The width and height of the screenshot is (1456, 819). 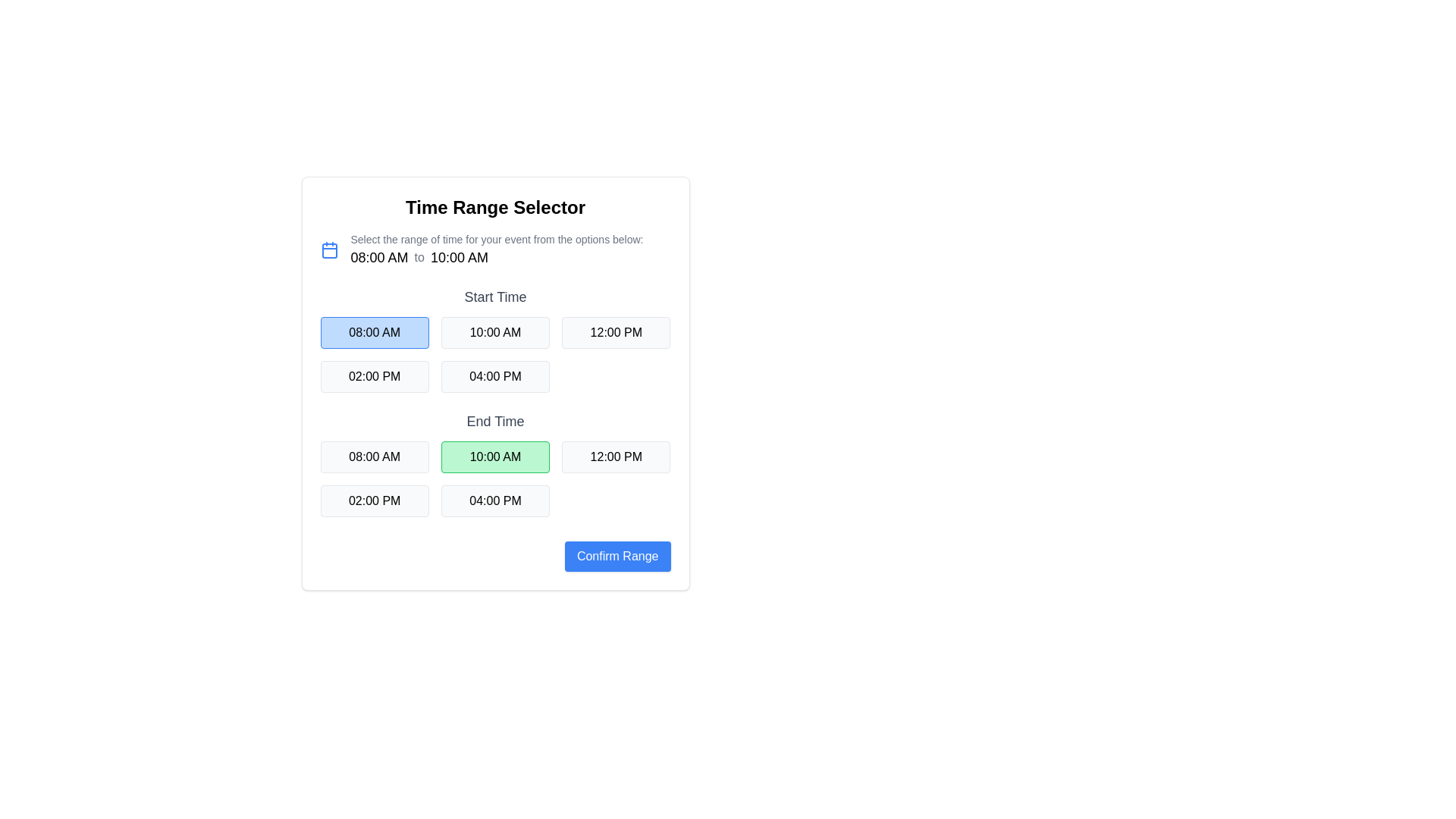 What do you see at coordinates (616, 332) in the screenshot?
I see `the selectable time option button located in the first row of a grid, specifically the third option` at bounding box center [616, 332].